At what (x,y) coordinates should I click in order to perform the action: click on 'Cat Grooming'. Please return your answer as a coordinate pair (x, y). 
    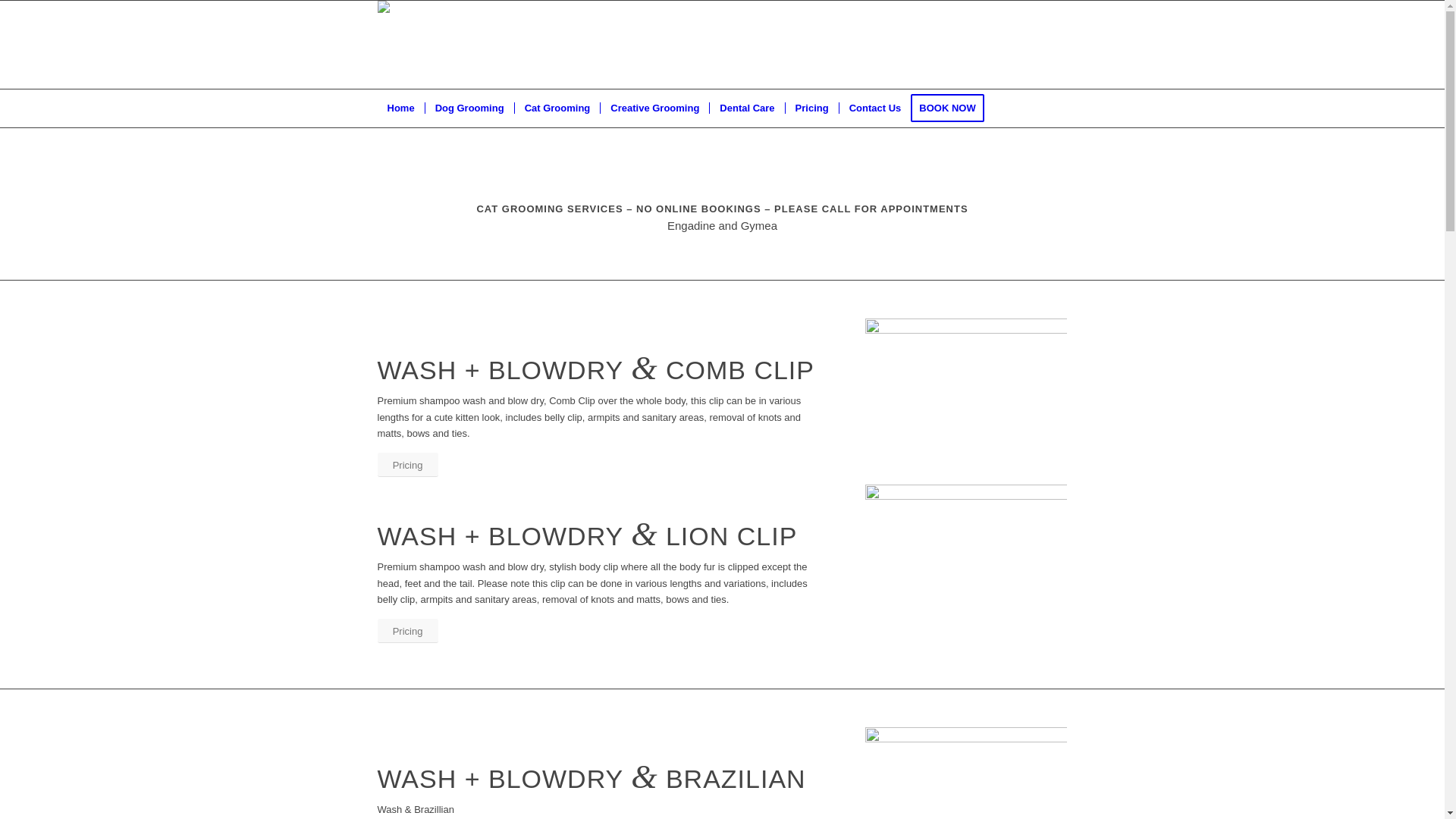
    Looking at the image, I should click on (556, 107).